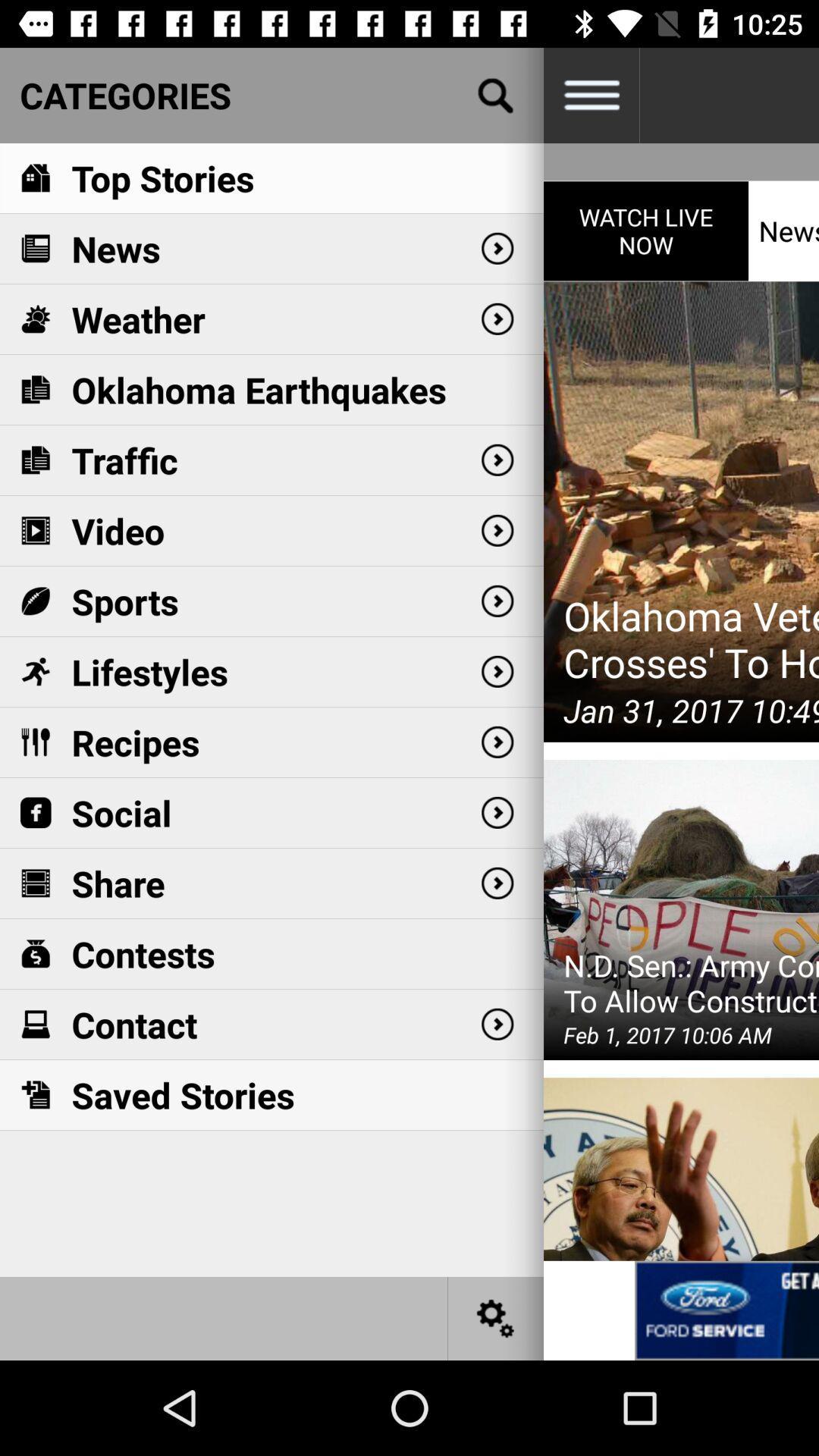 This screenshot has height=1456, width=819. I want to click on the settings icon, so click(496, 1317).